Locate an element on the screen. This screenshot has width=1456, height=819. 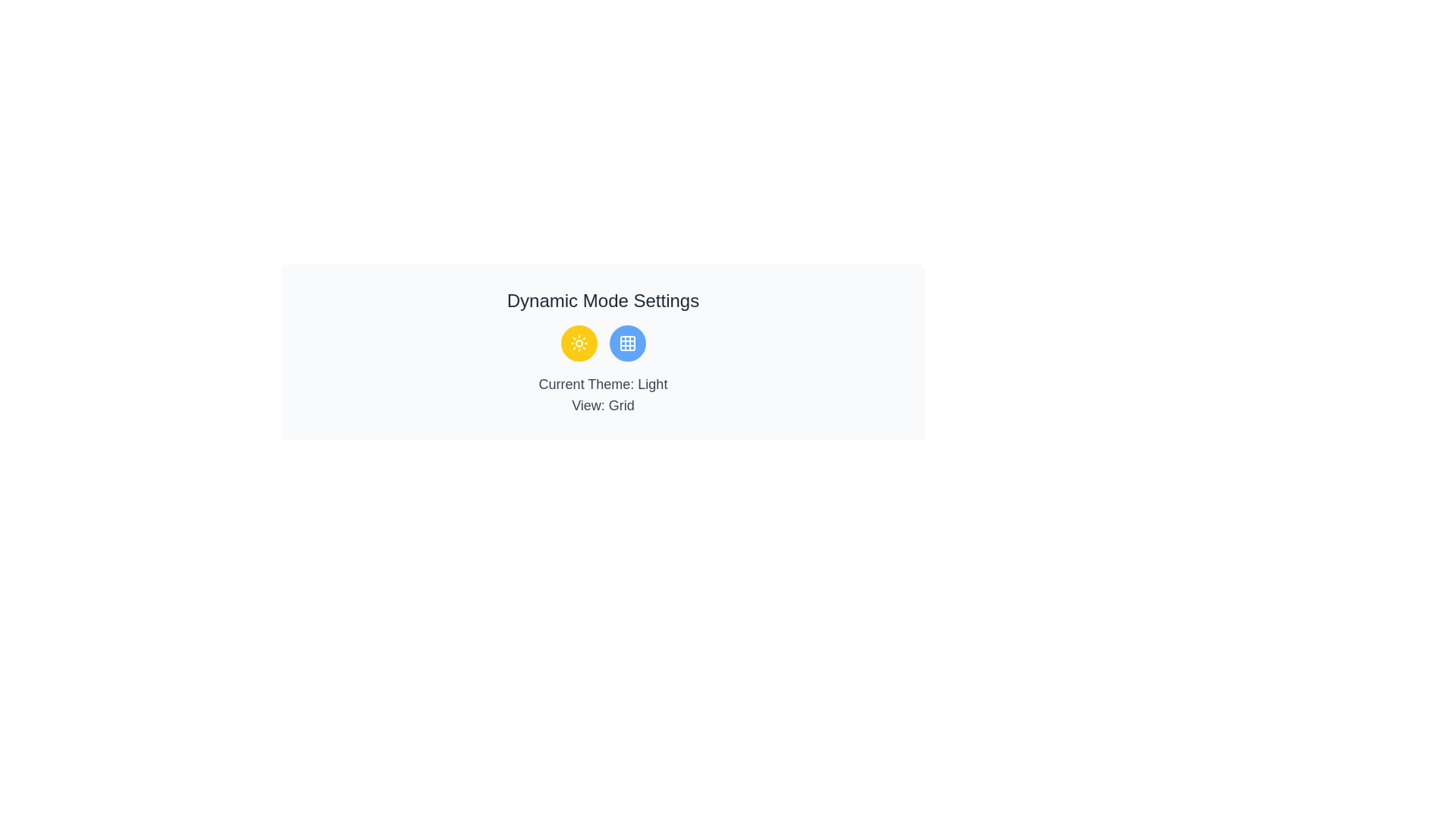
the blue circular grid icon with a white square grid design is located at coordinates (627, 343).